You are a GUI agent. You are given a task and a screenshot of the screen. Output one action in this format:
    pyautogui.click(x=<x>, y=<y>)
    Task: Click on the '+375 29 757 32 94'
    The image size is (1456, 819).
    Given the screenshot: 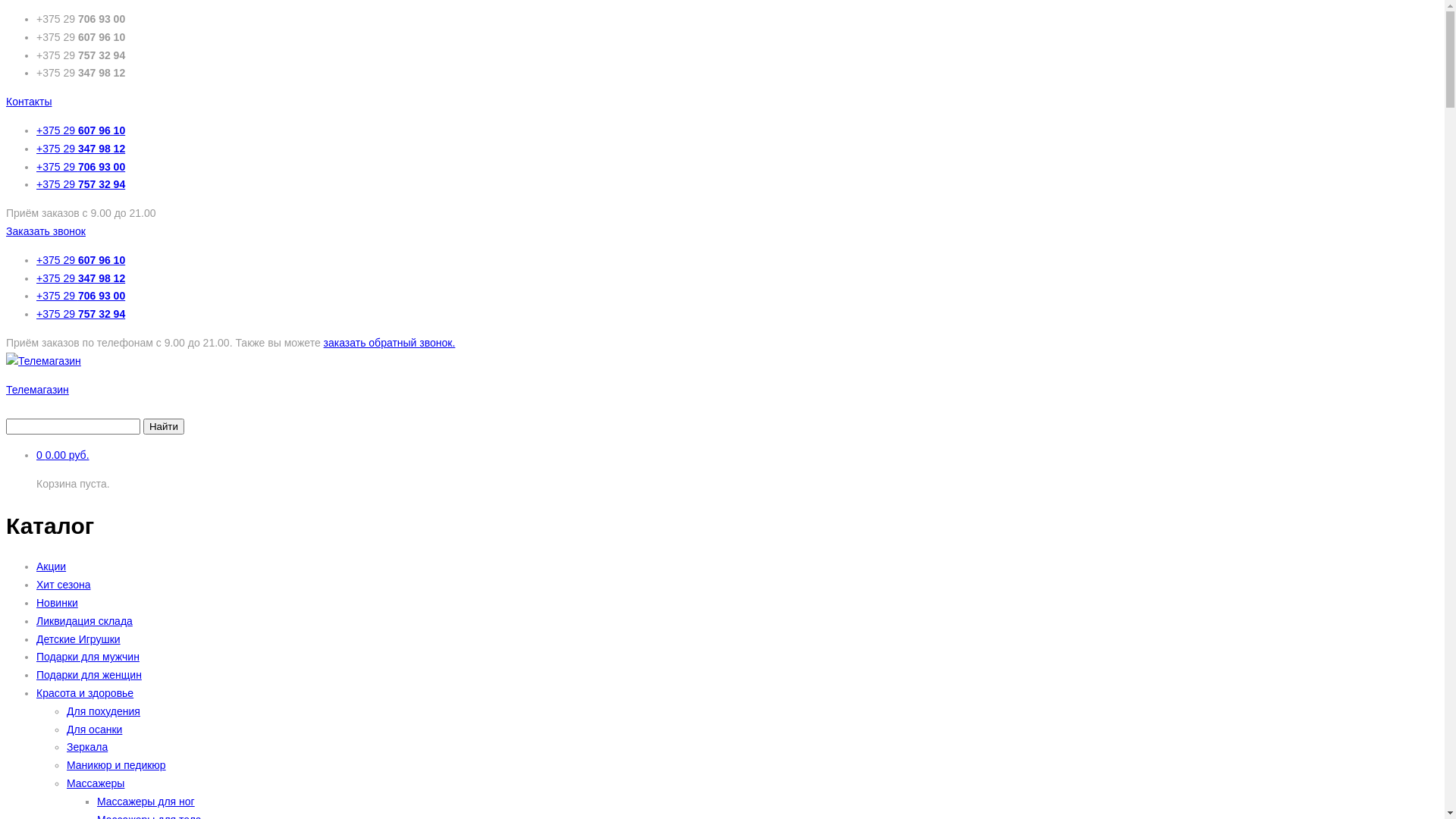 What is the action you would take?
    pyautogui.click(x=80, y=312)
    